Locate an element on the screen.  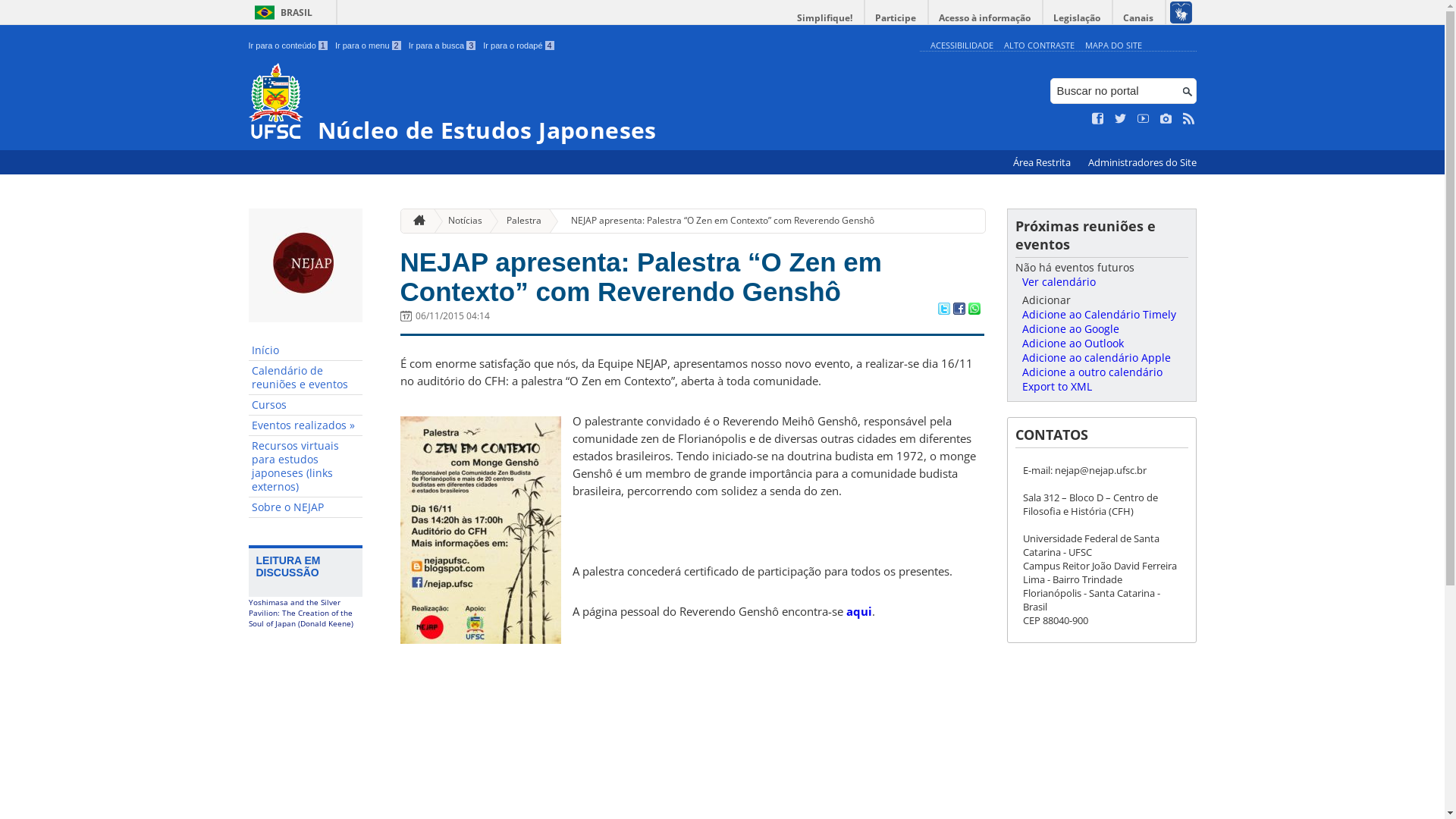
'Curta no Facebook' is located at coordinates (1098, 118).